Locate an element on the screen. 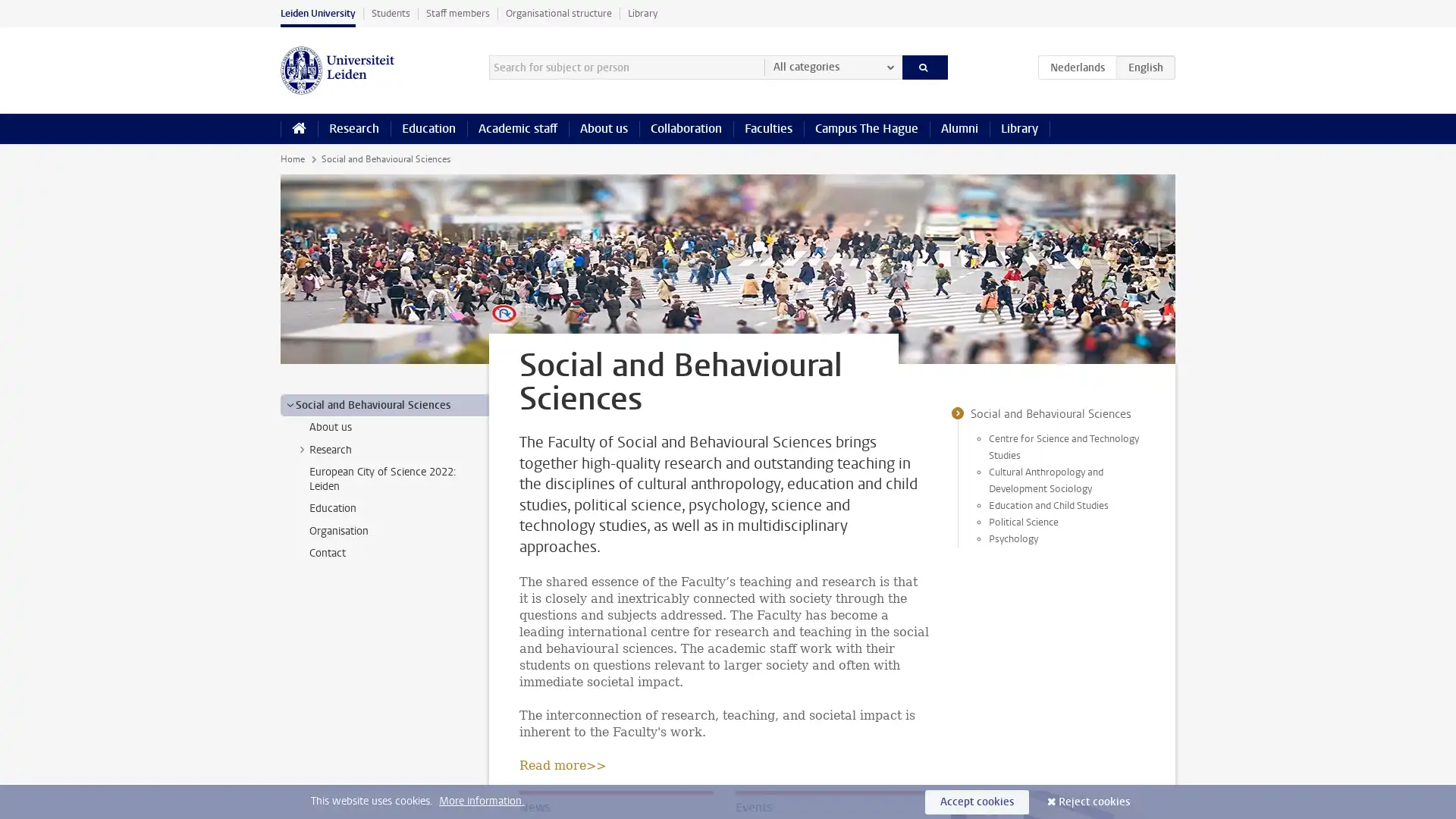 The image size is (1456, 819). Search is located at coordinates (924, 66).